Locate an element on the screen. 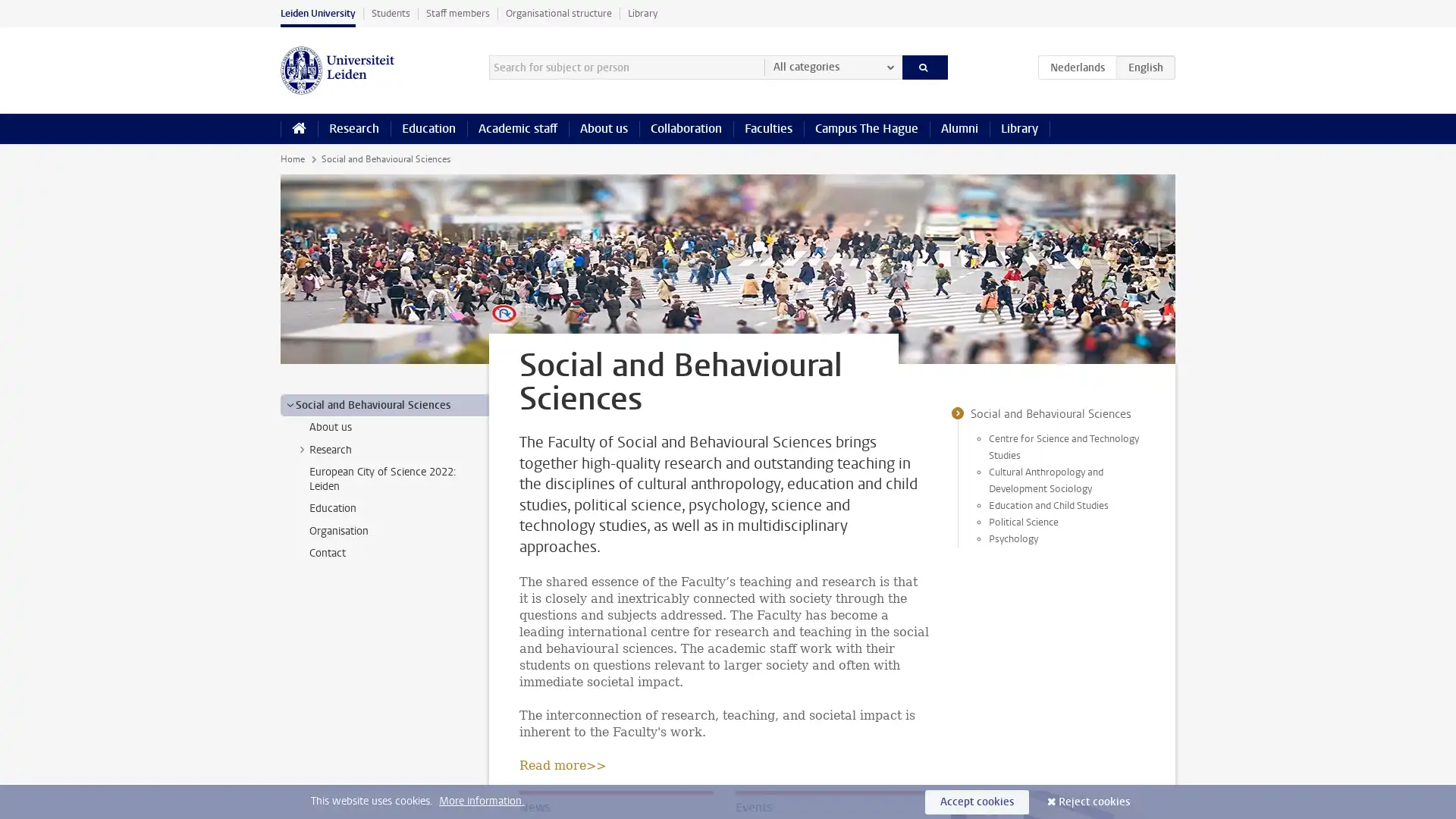 The image size is (1456, 819). Search is located at coordinates (924, 66).